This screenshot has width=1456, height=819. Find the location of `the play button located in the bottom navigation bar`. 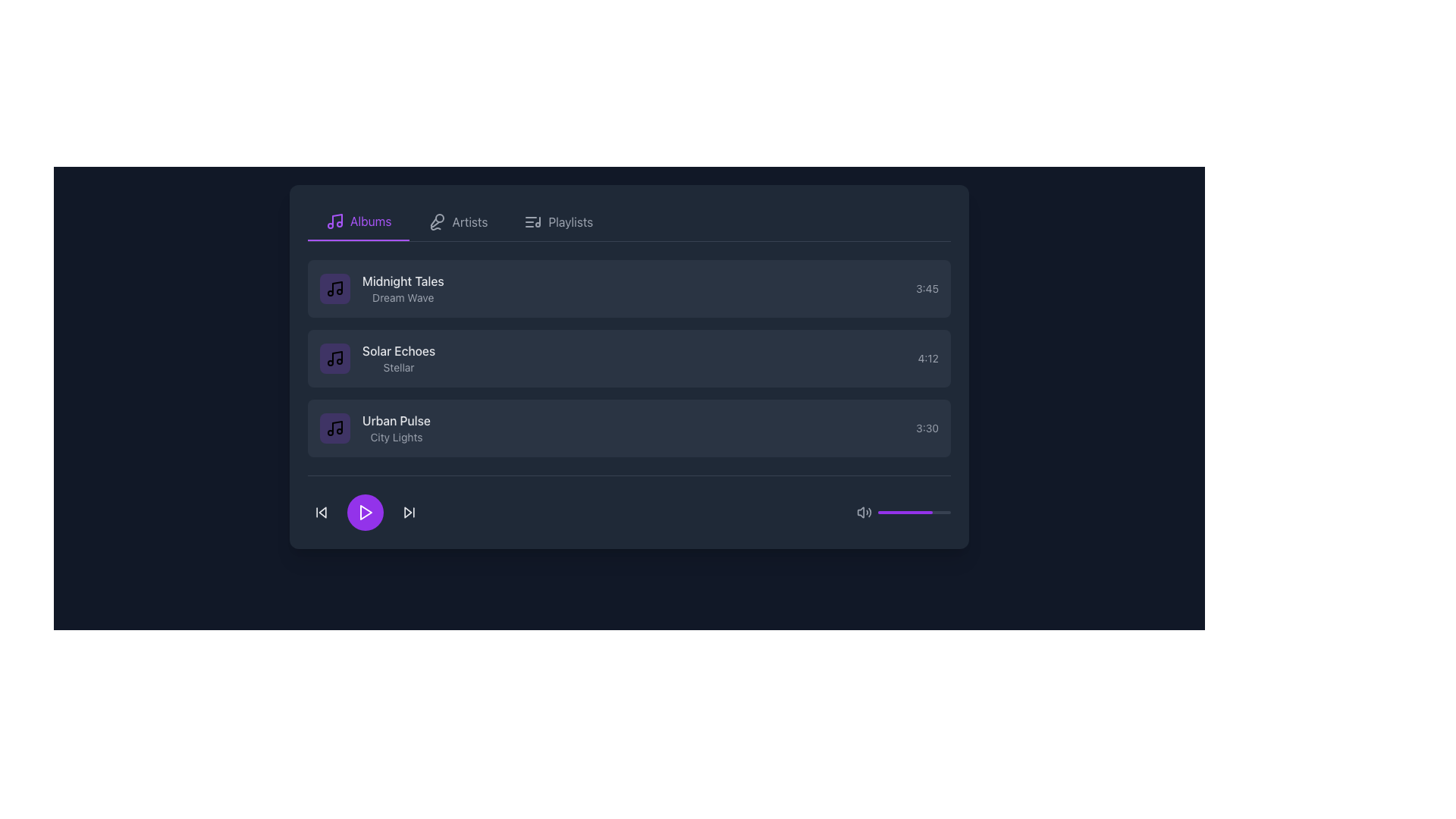

the play button located in the bottom navigation bar is located at coordinates (366, 512).